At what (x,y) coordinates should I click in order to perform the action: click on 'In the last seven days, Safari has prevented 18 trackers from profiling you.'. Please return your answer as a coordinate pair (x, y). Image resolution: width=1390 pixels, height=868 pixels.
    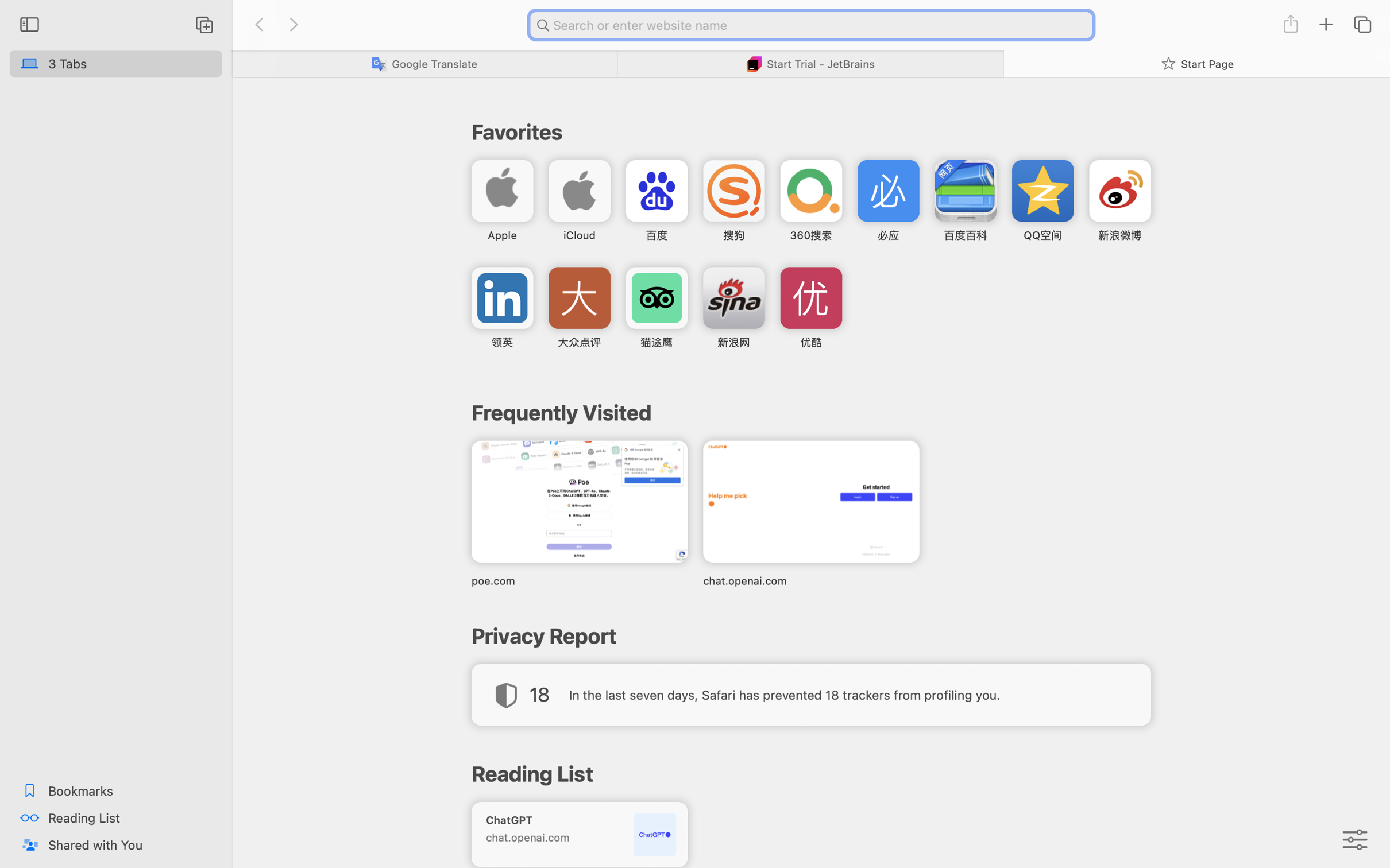
    Looking at the image, I should click on (784, 694).